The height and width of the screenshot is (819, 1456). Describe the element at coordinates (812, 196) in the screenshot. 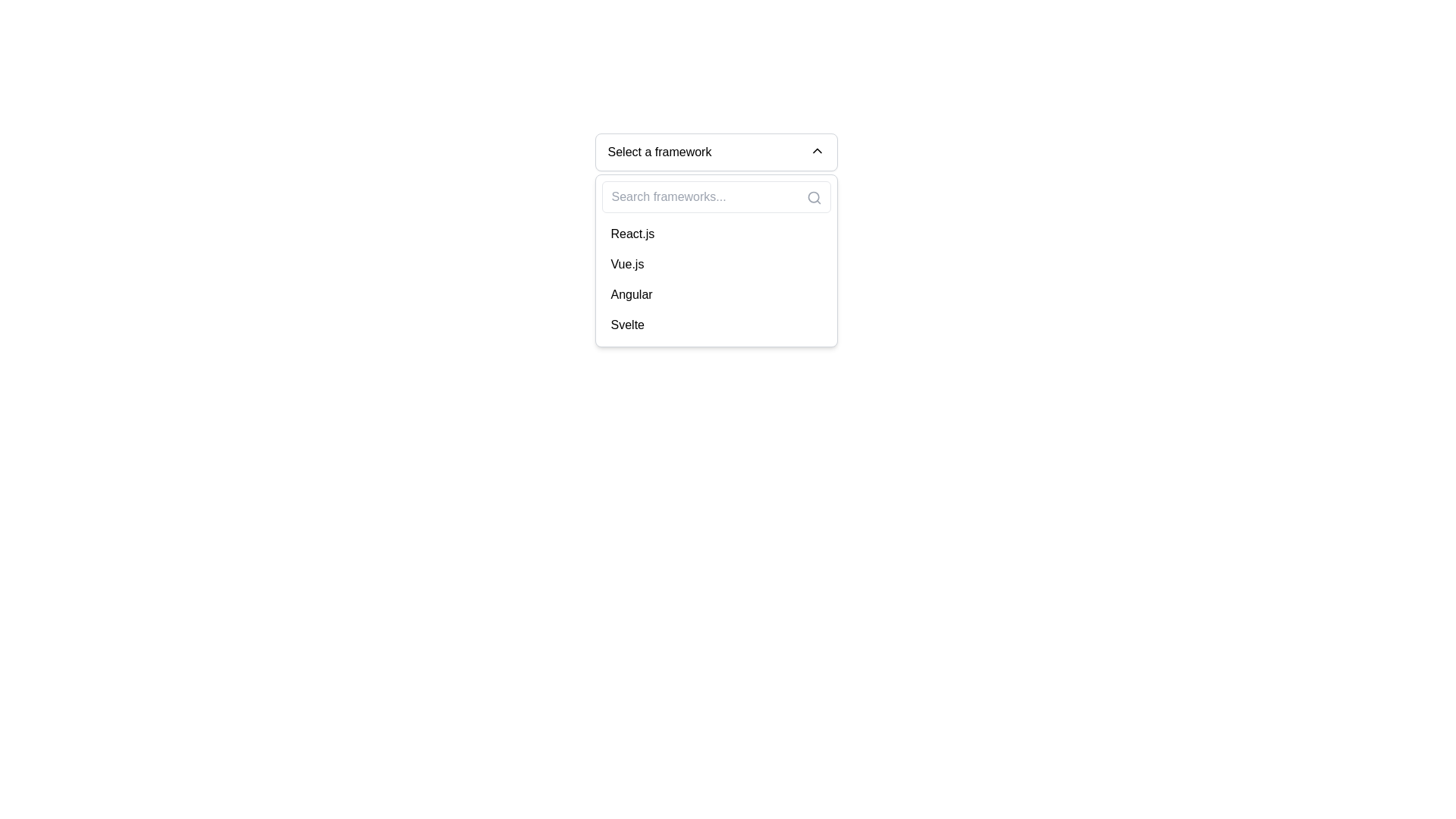

I see `the graphical circle element representing a part of the magnifying glass icon located at the top-right corner of the dropdown's input box` at that location.